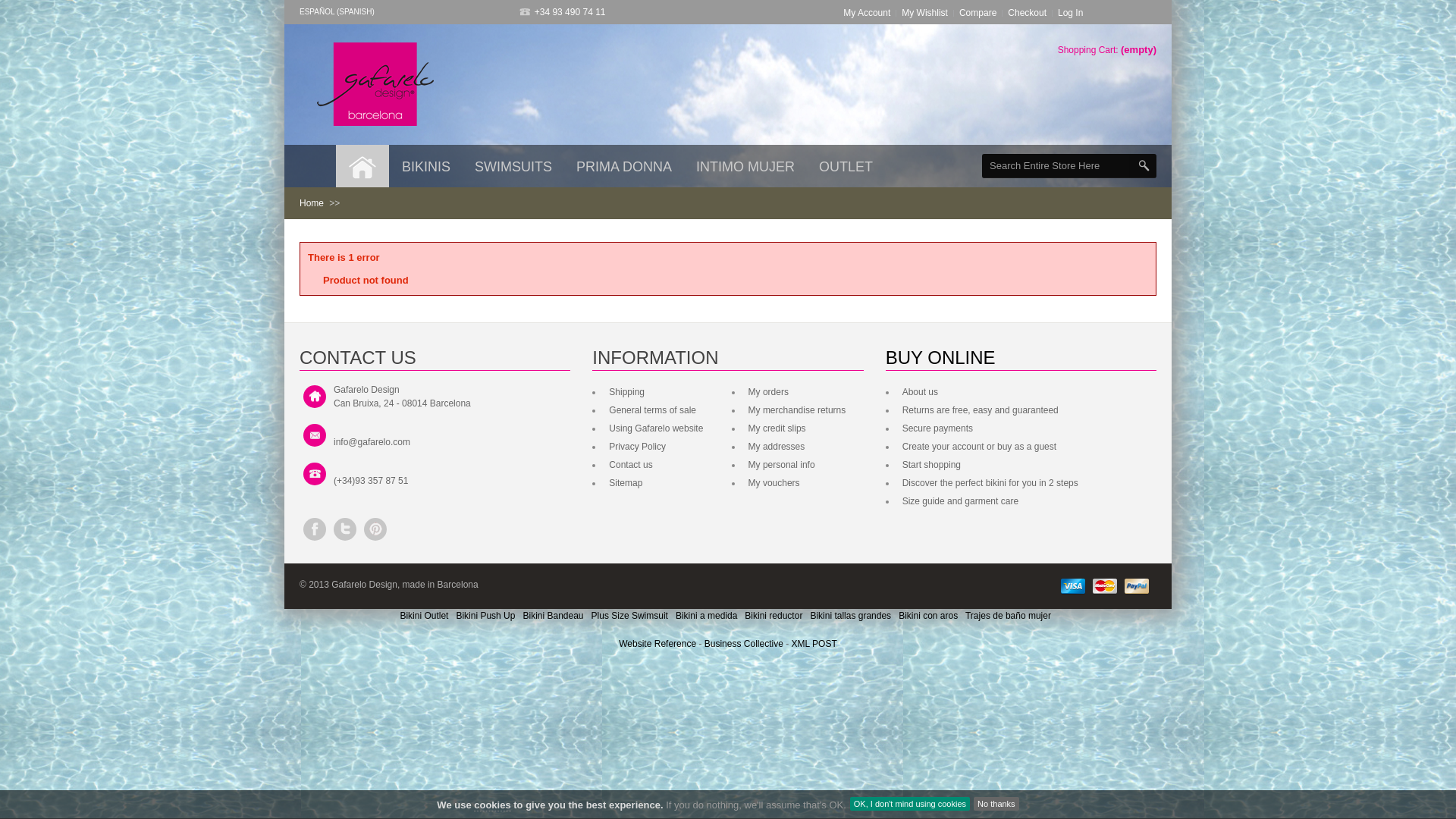  Describe the element at coordinates (1143, 165) in the screenshot. I see `'Search'` at that location.